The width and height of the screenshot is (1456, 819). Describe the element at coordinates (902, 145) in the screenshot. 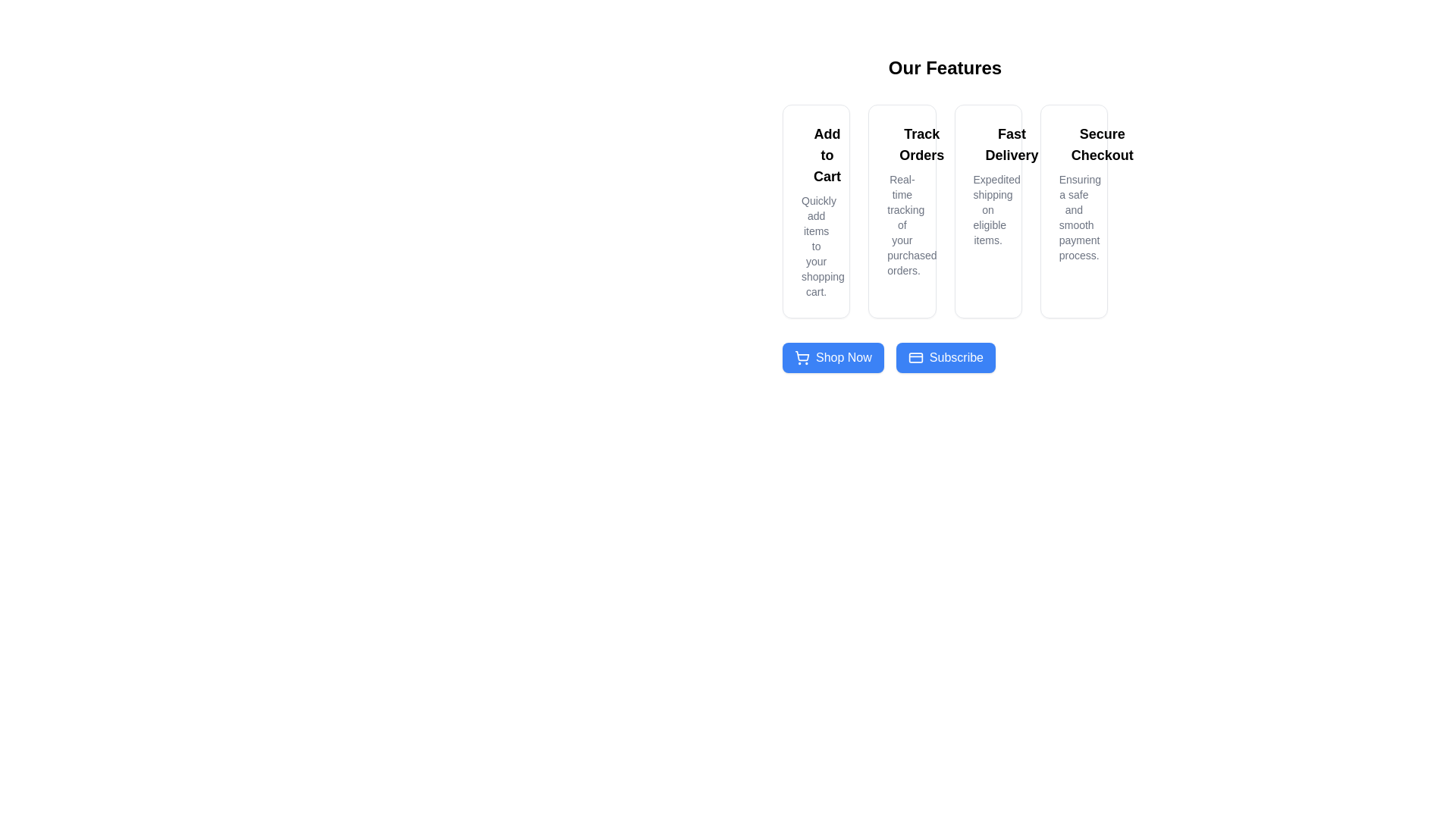

I see `the text label that says 'Track Orders', which is bold and located in the second item of a horizontal feature set, next to an icon` at that location.